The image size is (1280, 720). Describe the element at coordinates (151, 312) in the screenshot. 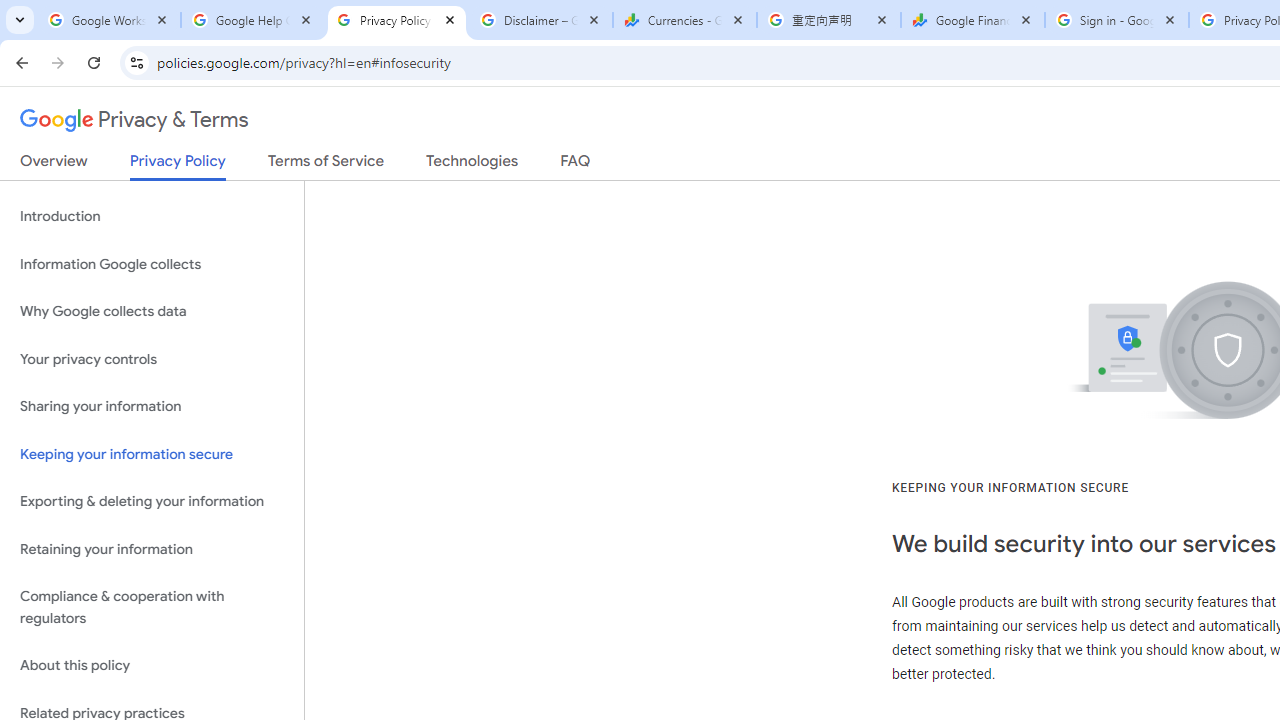

I see `'Why Google collects data'` at that location.